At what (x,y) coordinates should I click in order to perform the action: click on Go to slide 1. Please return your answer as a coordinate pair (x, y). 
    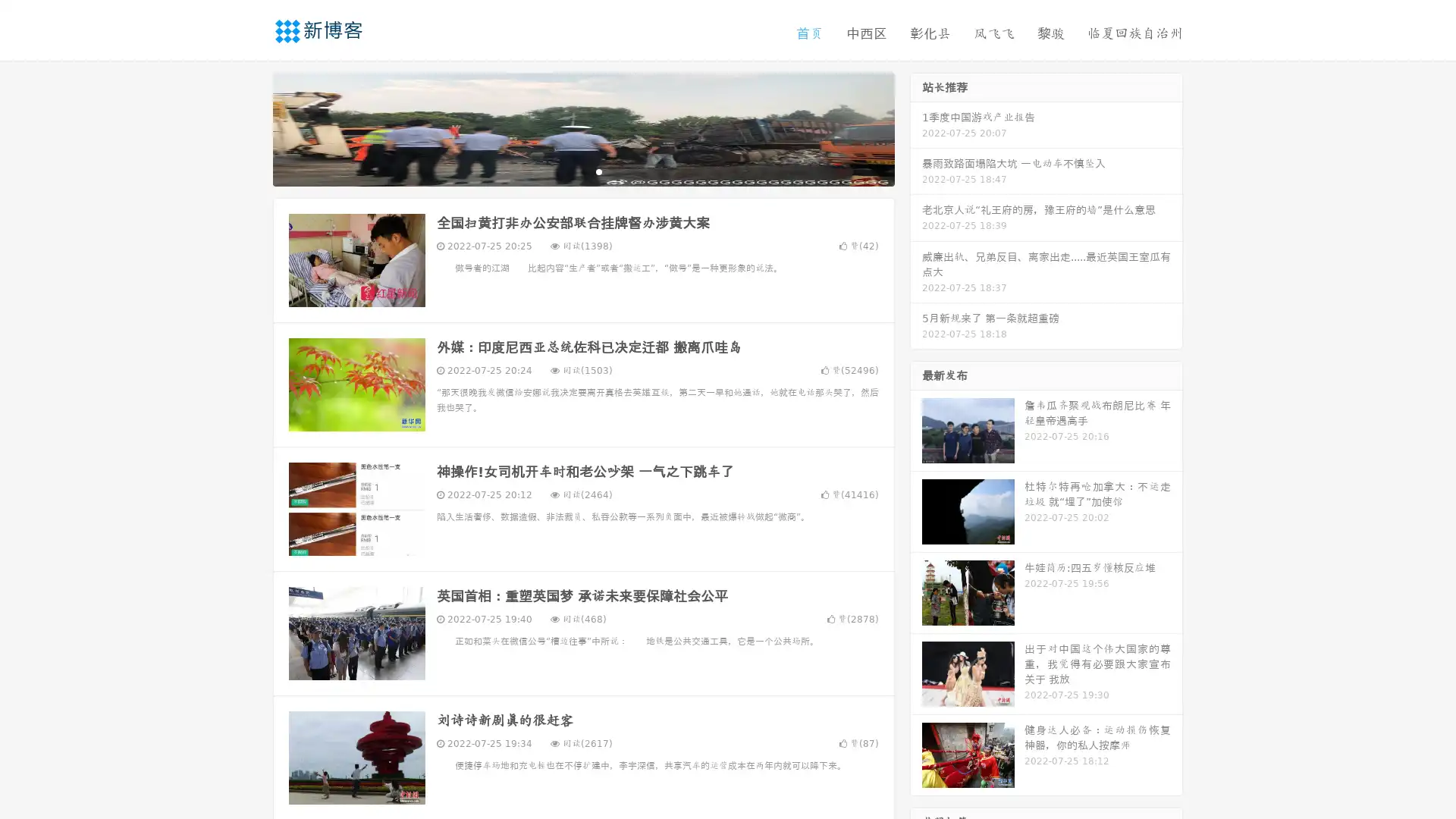
    Looking at the image, I should click on (567, 171).